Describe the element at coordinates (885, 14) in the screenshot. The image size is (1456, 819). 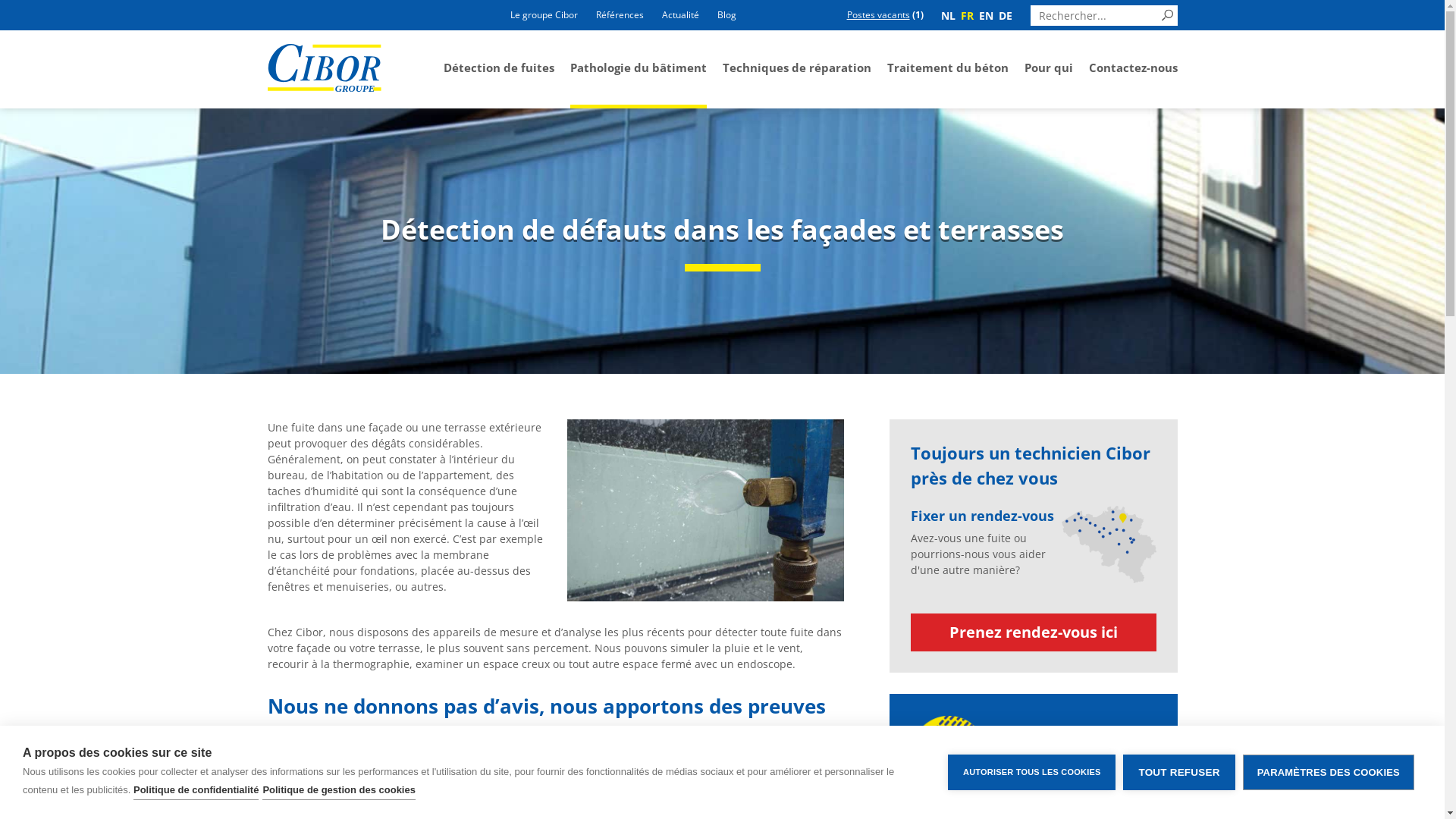
I see `'Postes vacants (1)'` at that location.